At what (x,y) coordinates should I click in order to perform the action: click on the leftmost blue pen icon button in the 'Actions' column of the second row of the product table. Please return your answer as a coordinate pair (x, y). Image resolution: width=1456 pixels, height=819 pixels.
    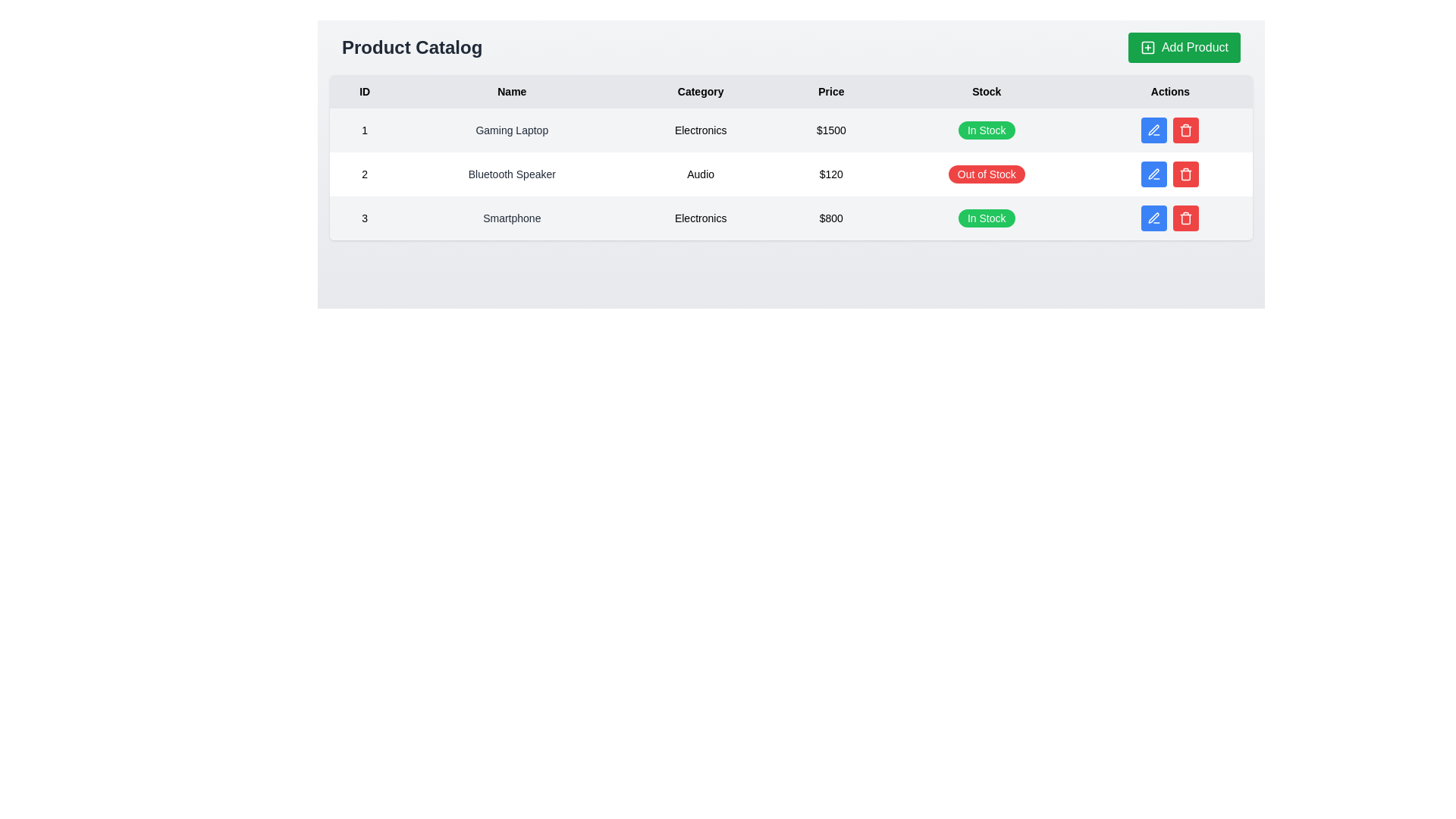
    Looking at the image, I should click on (1153, 130).